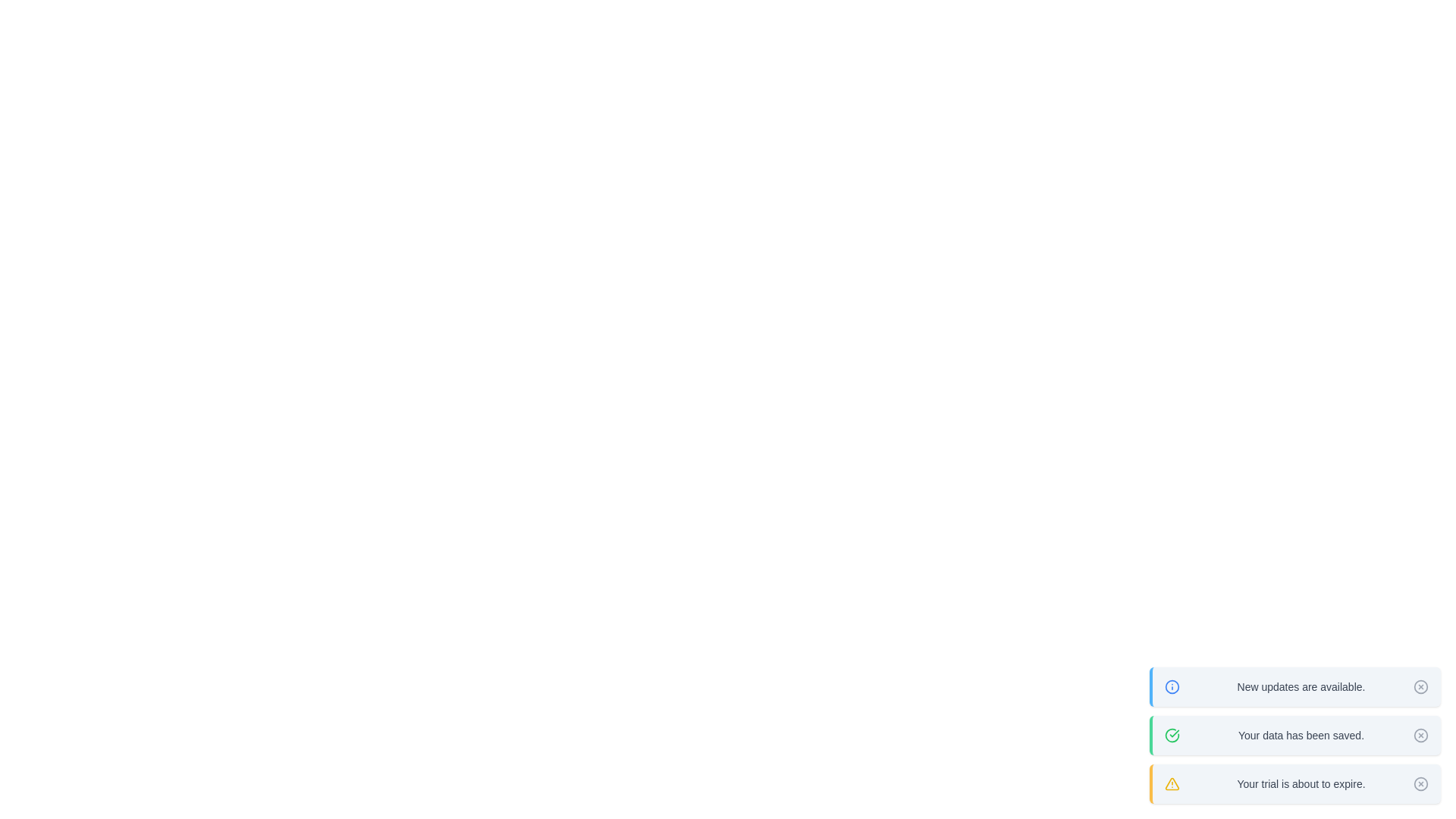 The width and height of the screenshot is (1456, 819). Describe the element at coordinates (1420, 687) in the screenshot. I see `the close button located in the top-right corner of the notification card with the text 'New updates are available.'` at that location.